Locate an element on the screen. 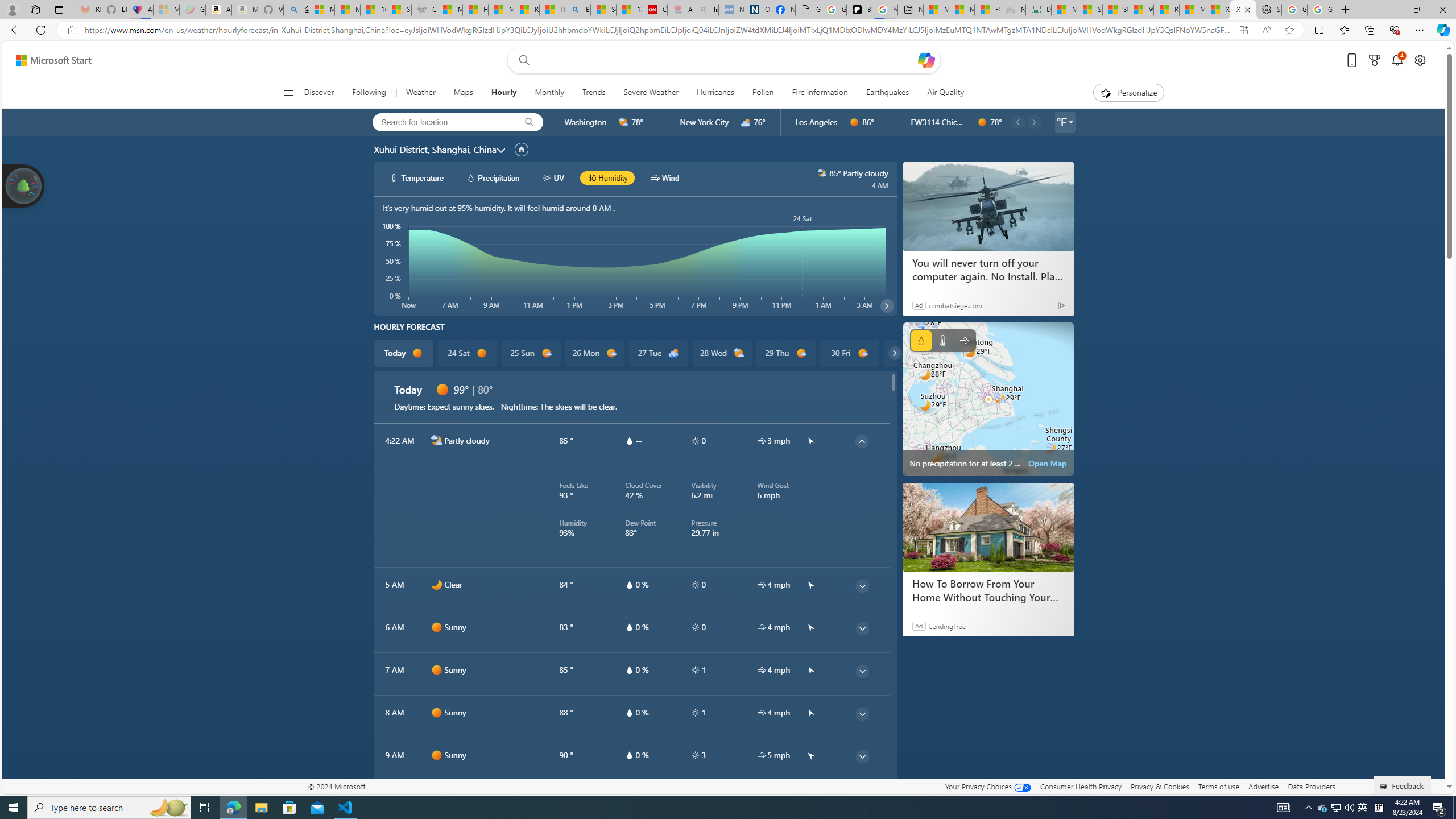 The image size is (1456, 819). 'Arthritis: Ask Health Professionals - Sleeping' is located at coordinates (679, 9).